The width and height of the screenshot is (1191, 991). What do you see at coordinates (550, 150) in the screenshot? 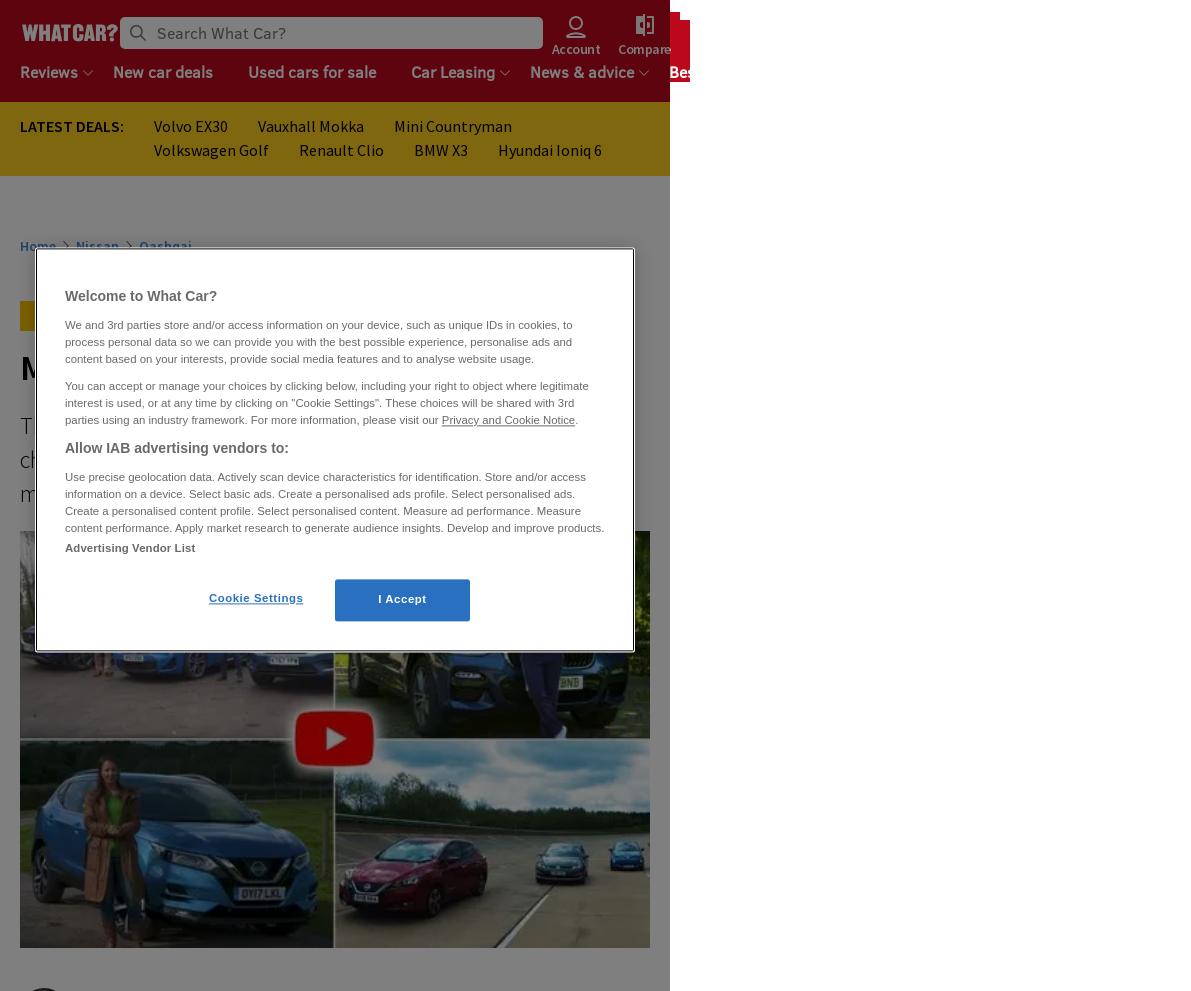
I see `'Hyundai Ioniq 6'` at bounding box center [550, 150].